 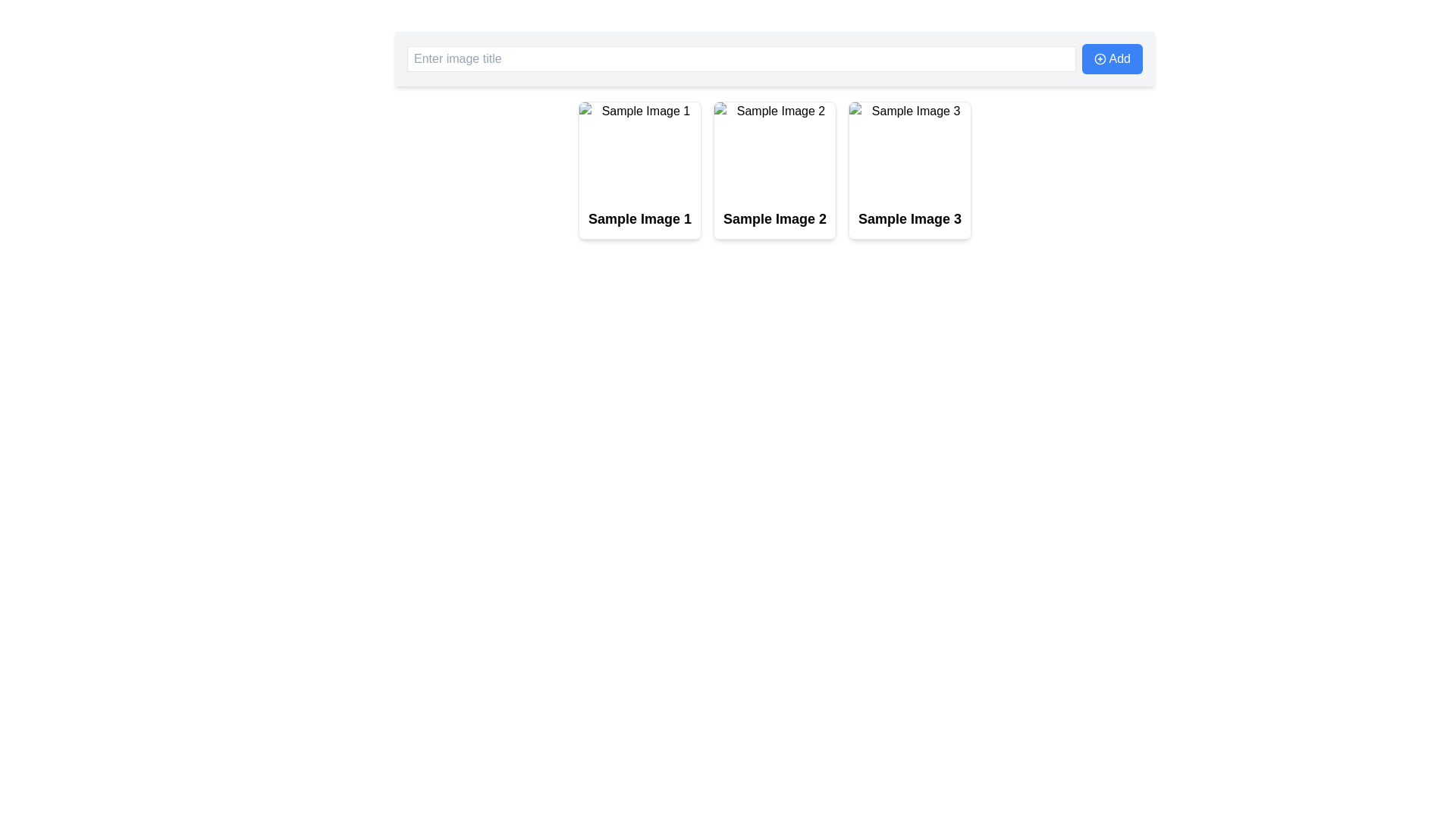 What do you see at coordinates (1099, 58) in the screenshot?
I see `SVG circle component that symbolizes a plus or addition operation, located in the top-right corner of the interface, adjacent to the 'Add' button` at bounding box center [1099, 58].